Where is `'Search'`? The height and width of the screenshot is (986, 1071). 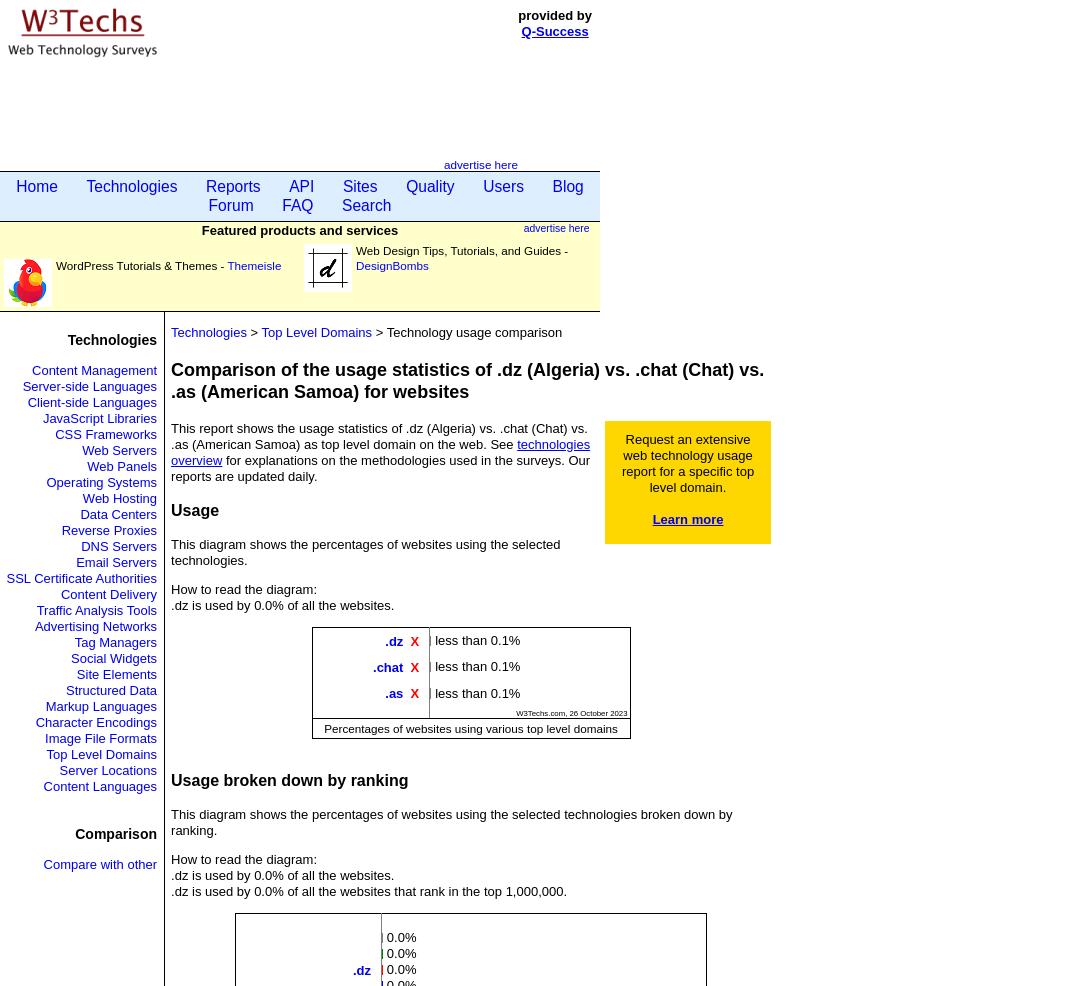 'Search' is located at coordinates (364, 204).